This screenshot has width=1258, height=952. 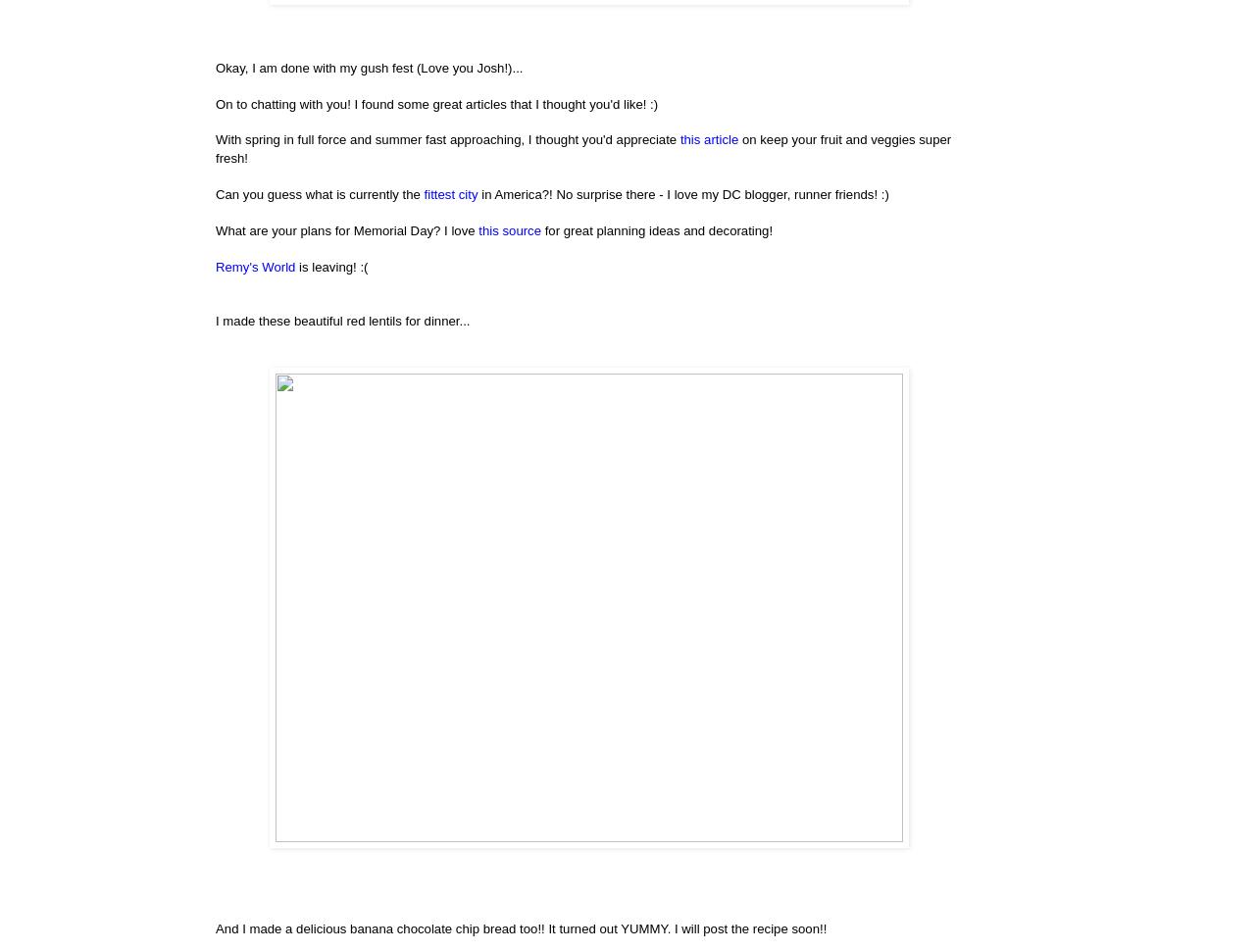 What do you see at coordinates (681, 192) in the screenshot?
I see `'in America?! No surprise there - I love my DC blogger, runner friends! :)'` at bounding box center [681, 192].